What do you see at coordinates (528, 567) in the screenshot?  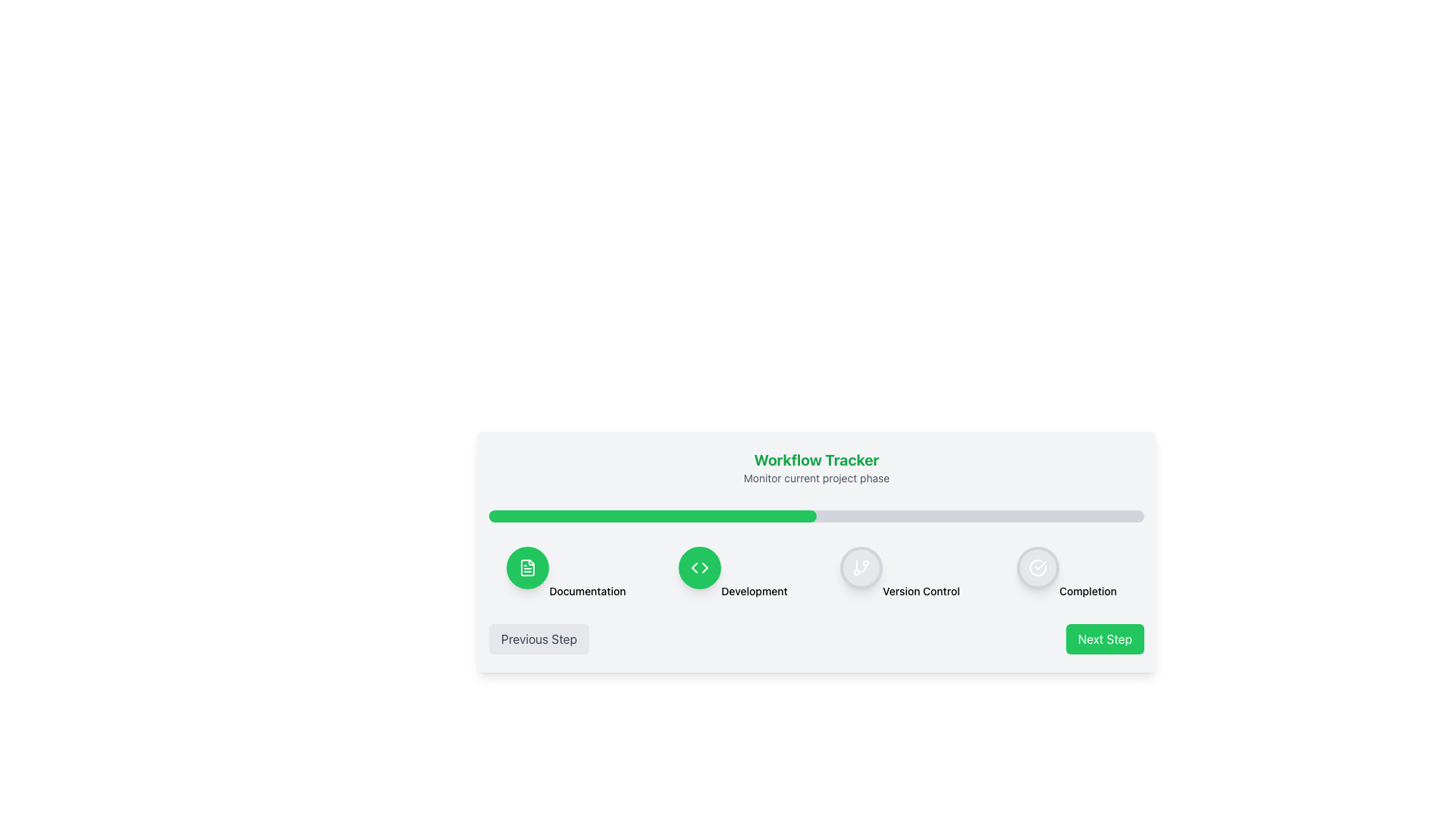 I see `the green circular icon representing the 'Documentation' step in the workflow tracker` at bounding box center [528, 567].